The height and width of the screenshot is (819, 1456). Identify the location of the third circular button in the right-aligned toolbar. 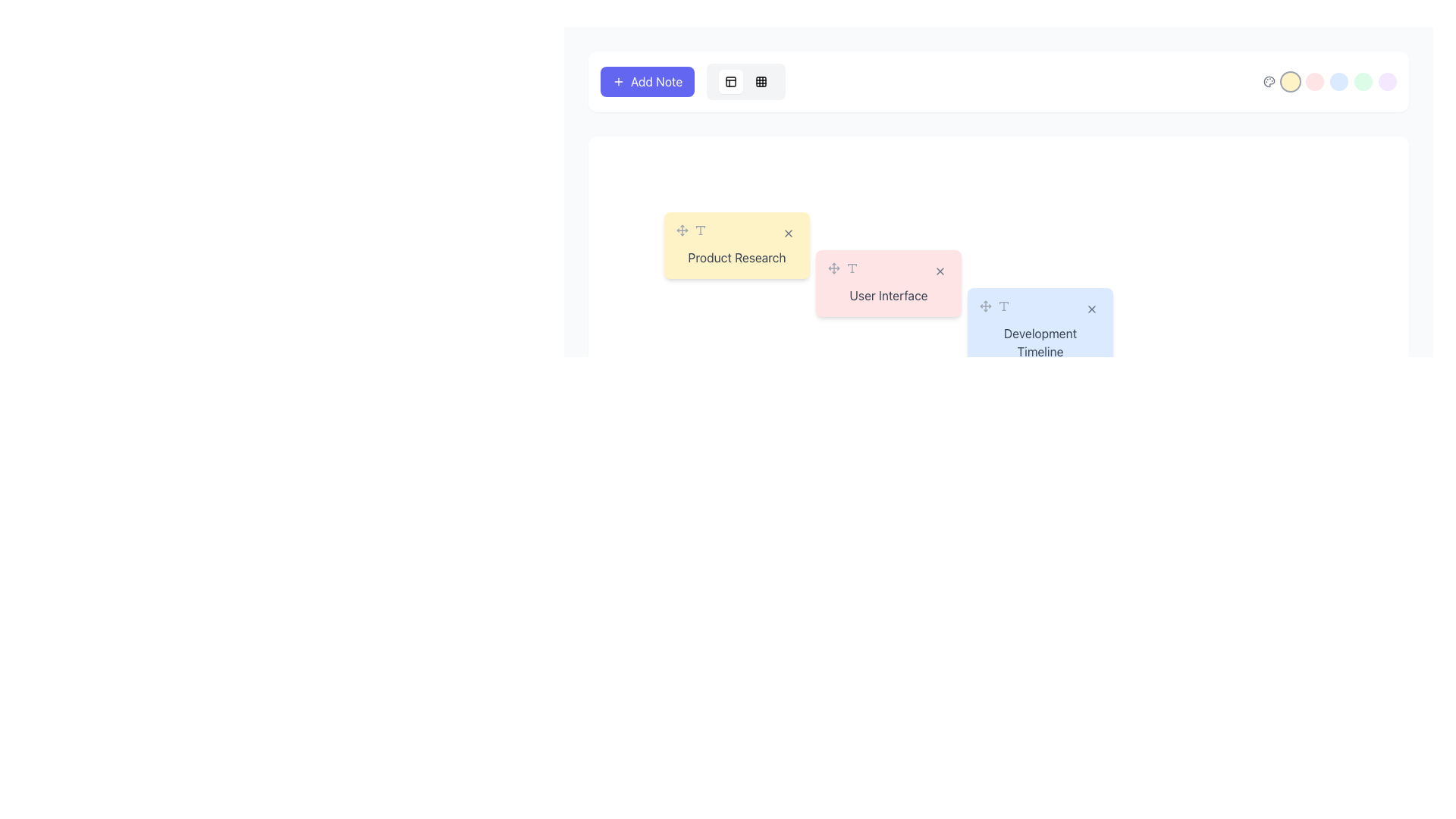
(1329, 82).